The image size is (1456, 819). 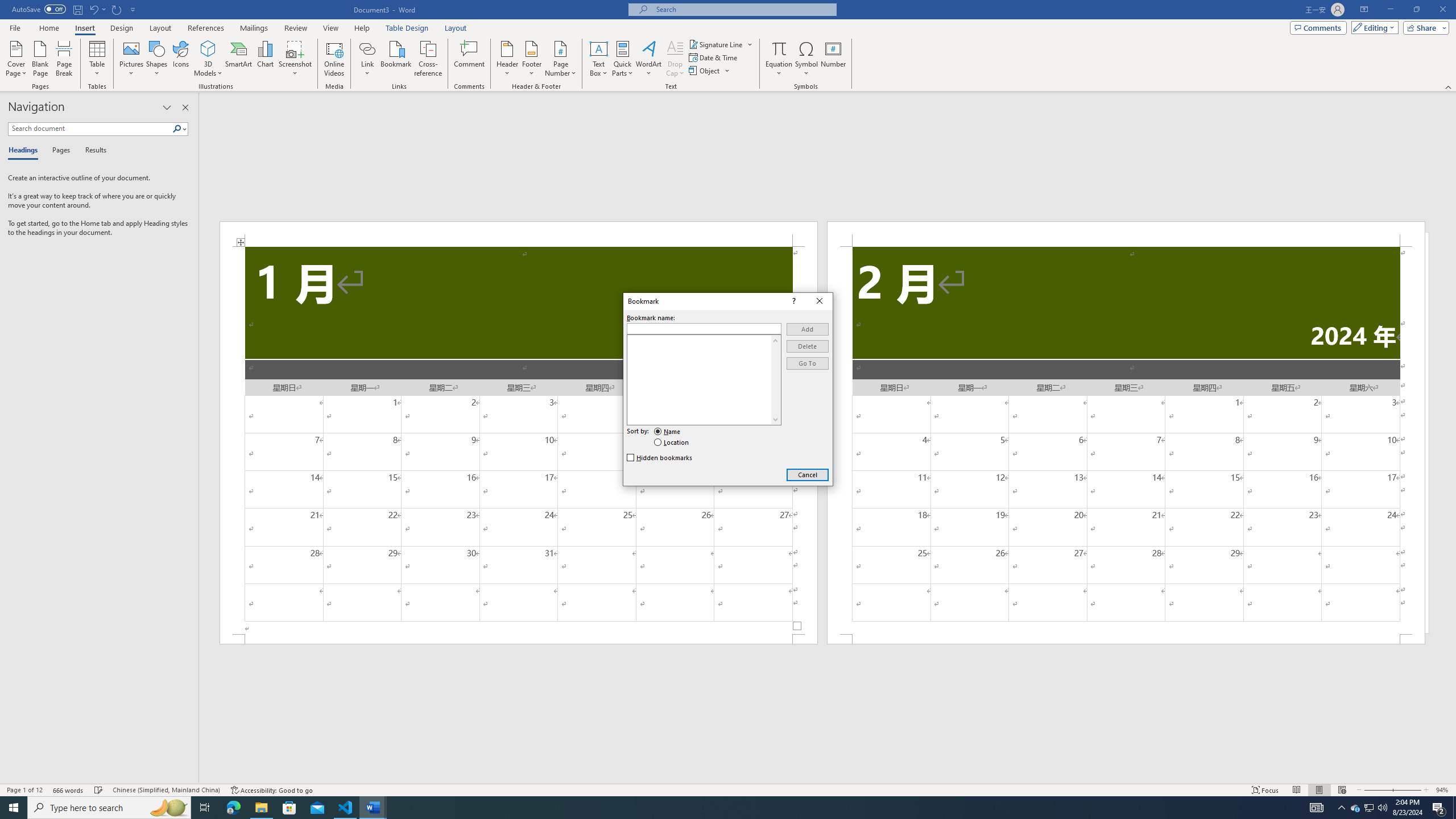 What do you see at coordinates (807, 346) in the screenshot?
I see `'Delete'` at bounding box center [807, 346].